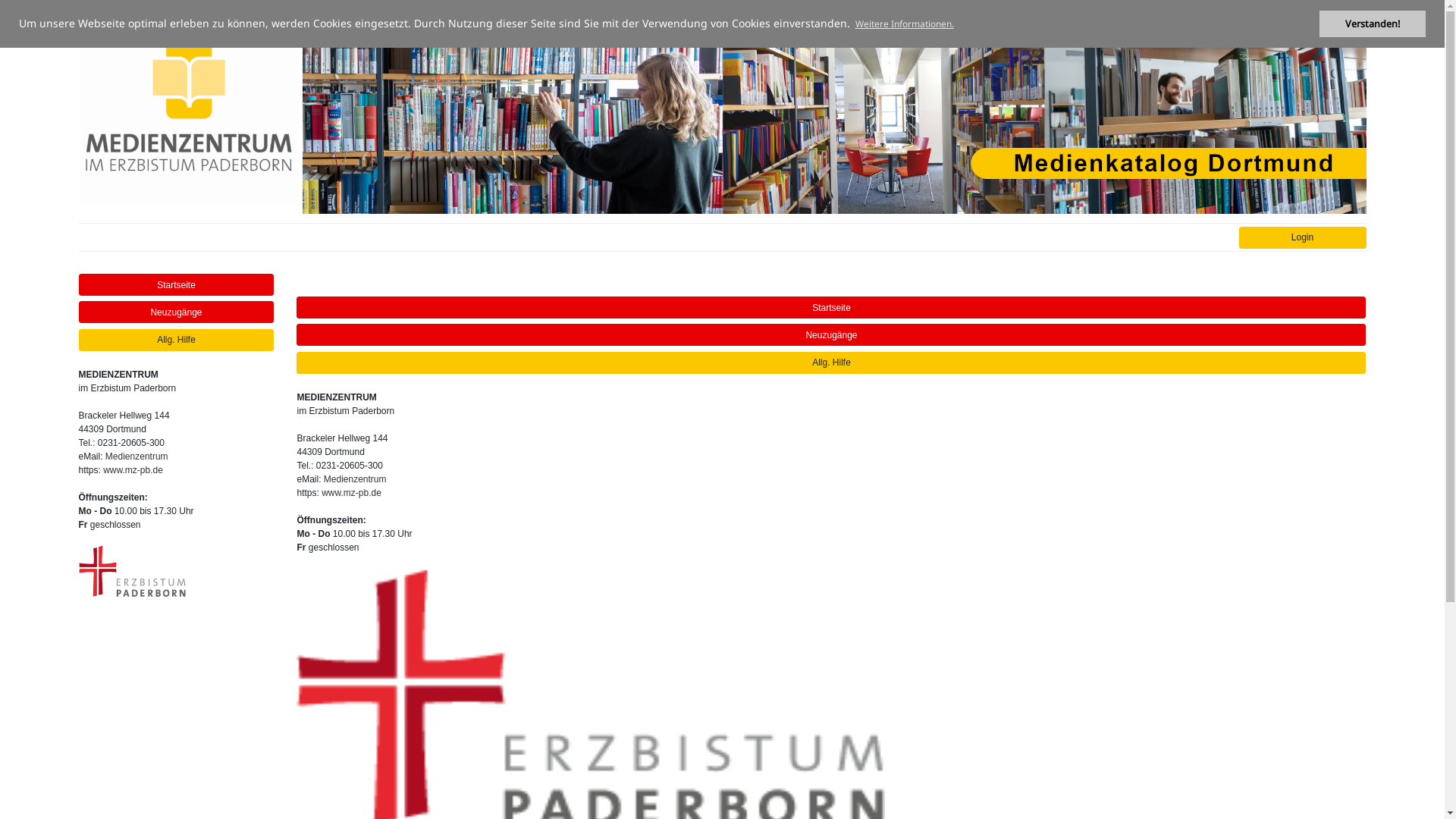  Describe the element at coordinates (1372, 24) in the screenshot. I see `'Verstanden!'` at that location.